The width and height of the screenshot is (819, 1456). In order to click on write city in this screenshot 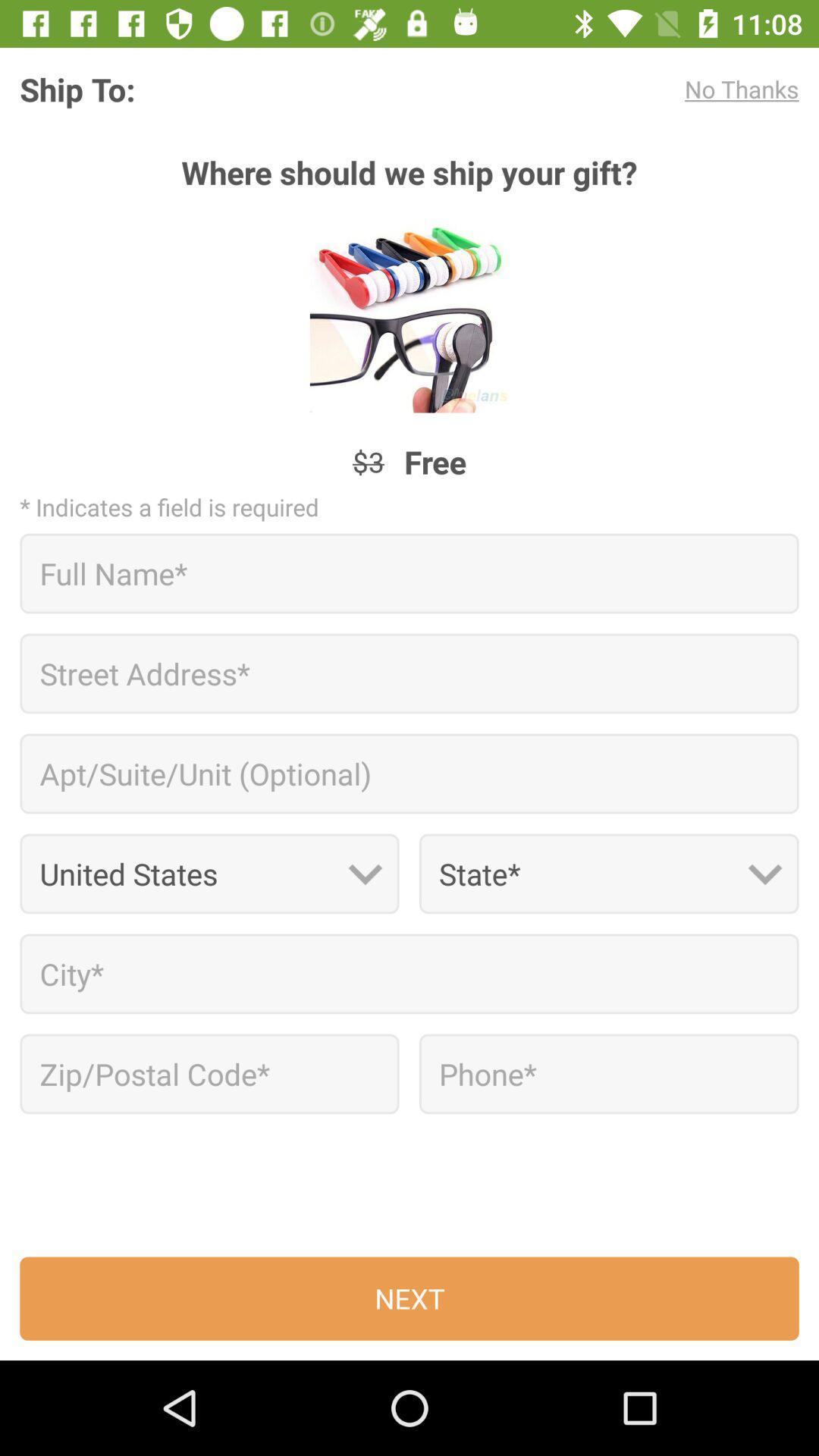, I will do `click(409, 974)`.